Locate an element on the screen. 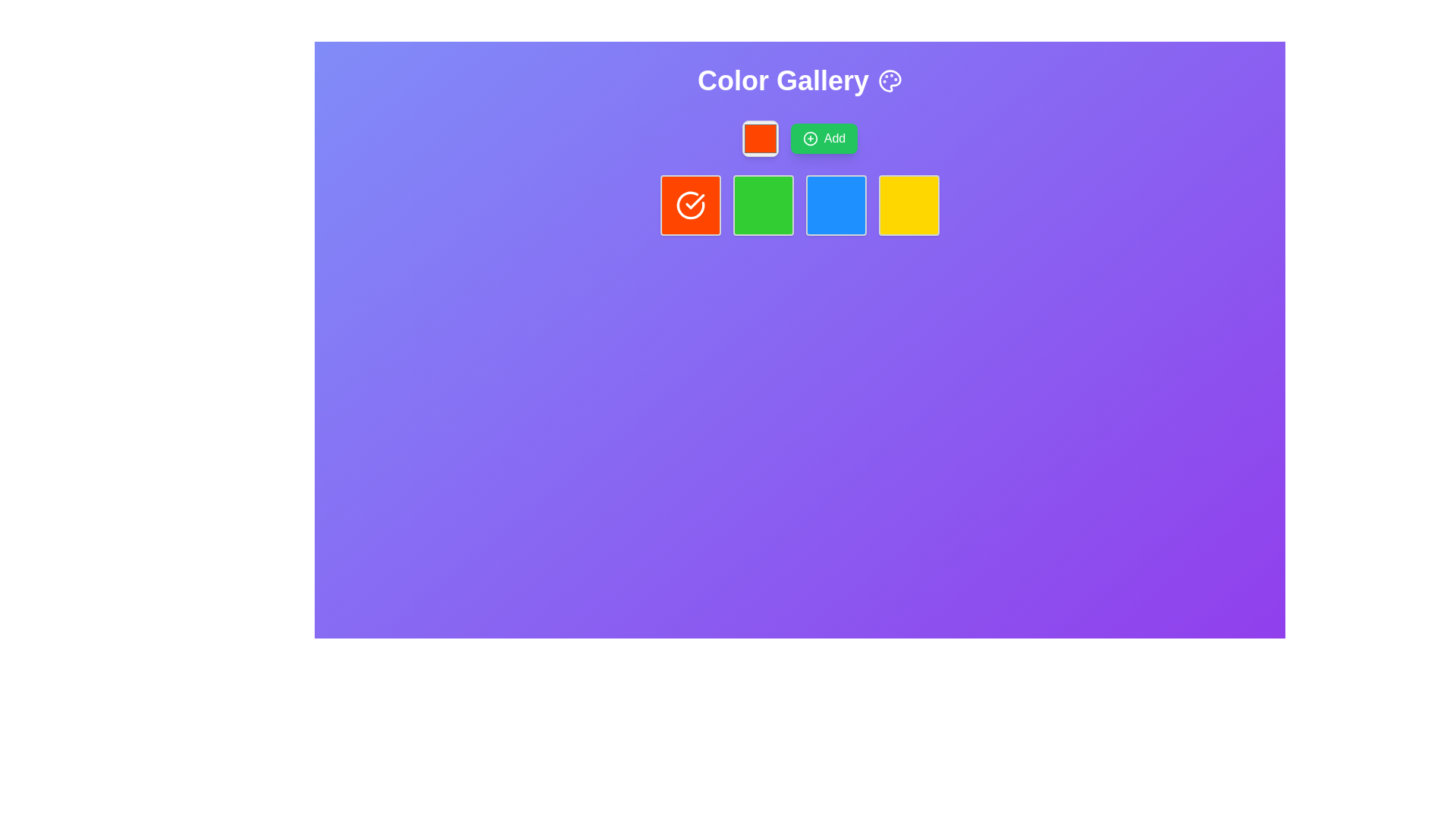 The height and width of the screenshot is (819, 1456). the green rectangular button labeled 'Add' with a white plus icon, located below the 'Color Gallery' heading is located at coordinates (799, 138).